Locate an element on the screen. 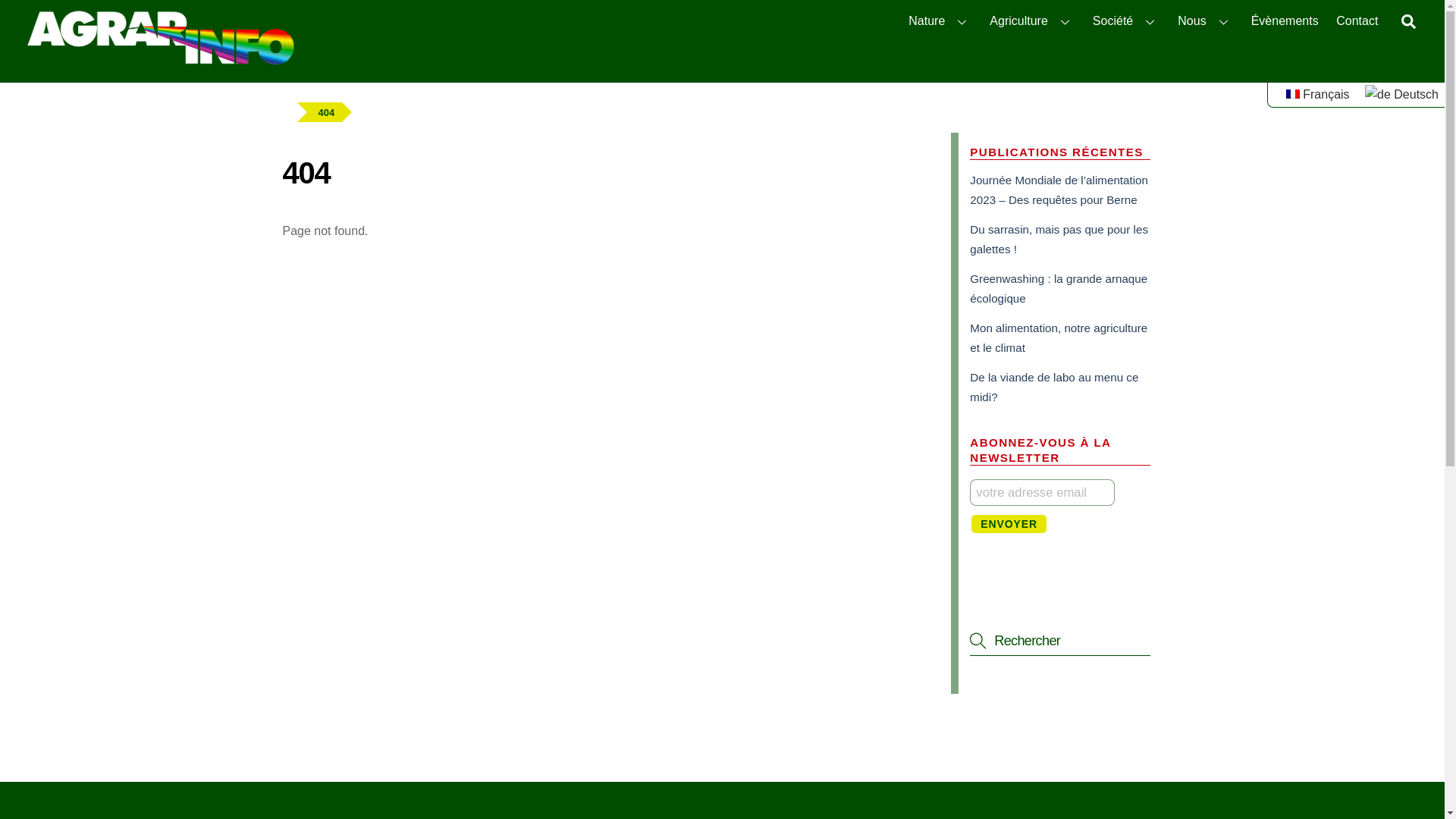  'Deutsch' is located at coordinates (1401, 94).